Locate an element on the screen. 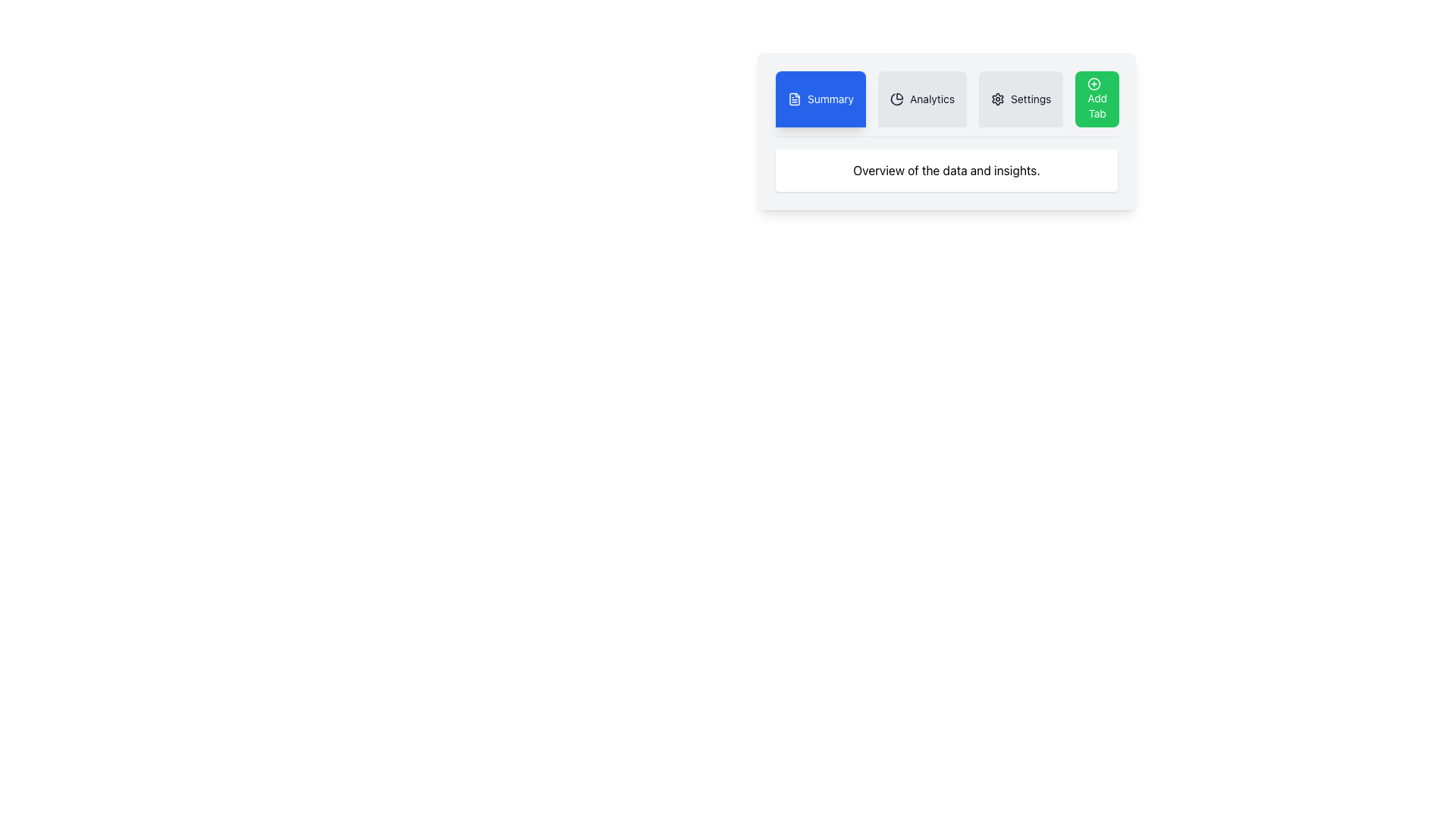  the second button in the row of four buttons located between the 'Summary' and 'Settings' buttons is located at coordinates (921, 99).